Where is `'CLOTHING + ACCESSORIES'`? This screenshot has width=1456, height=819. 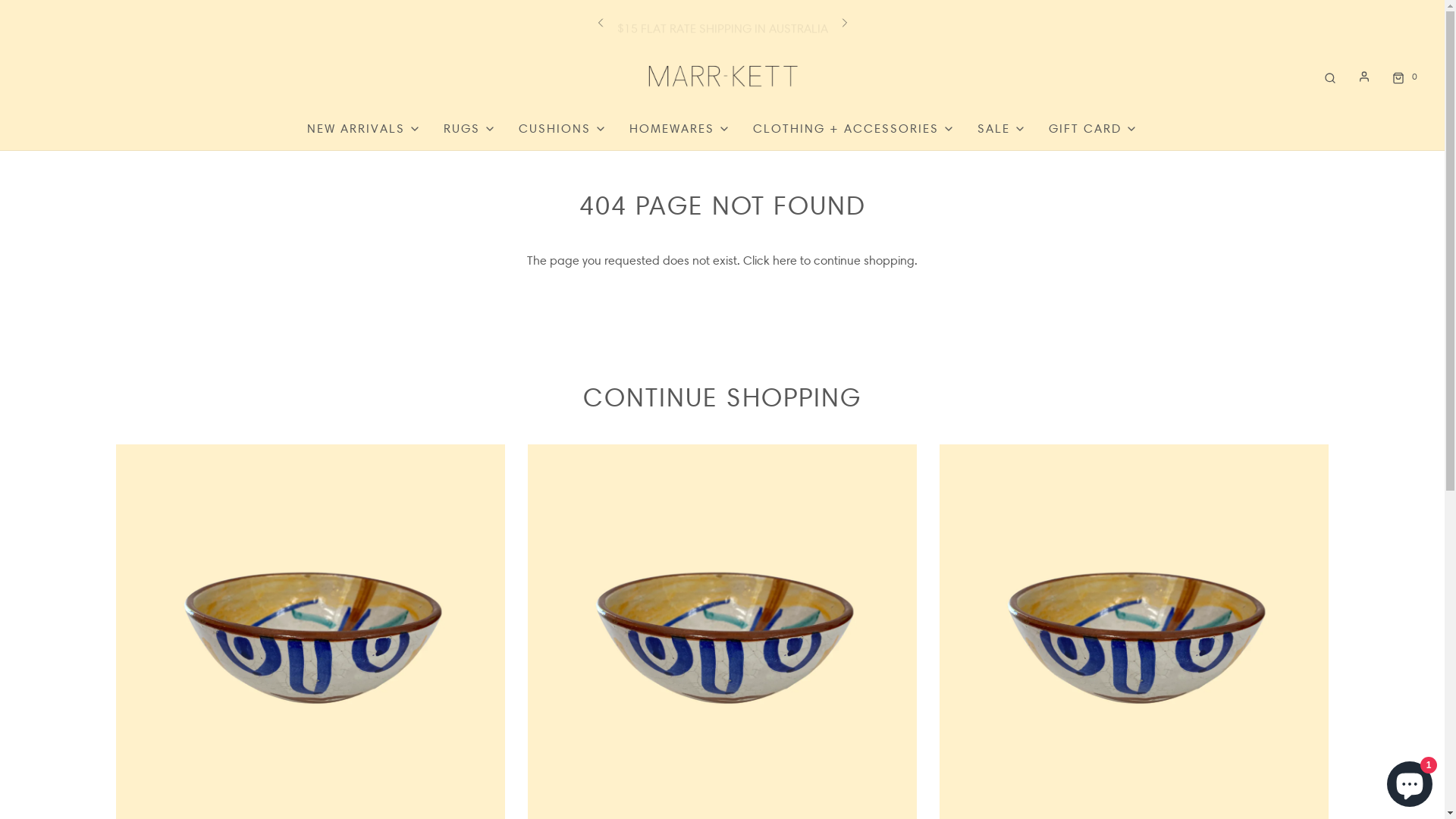
'CLOTHING + ACCESSORIES' is located at coordinates (753, 127).